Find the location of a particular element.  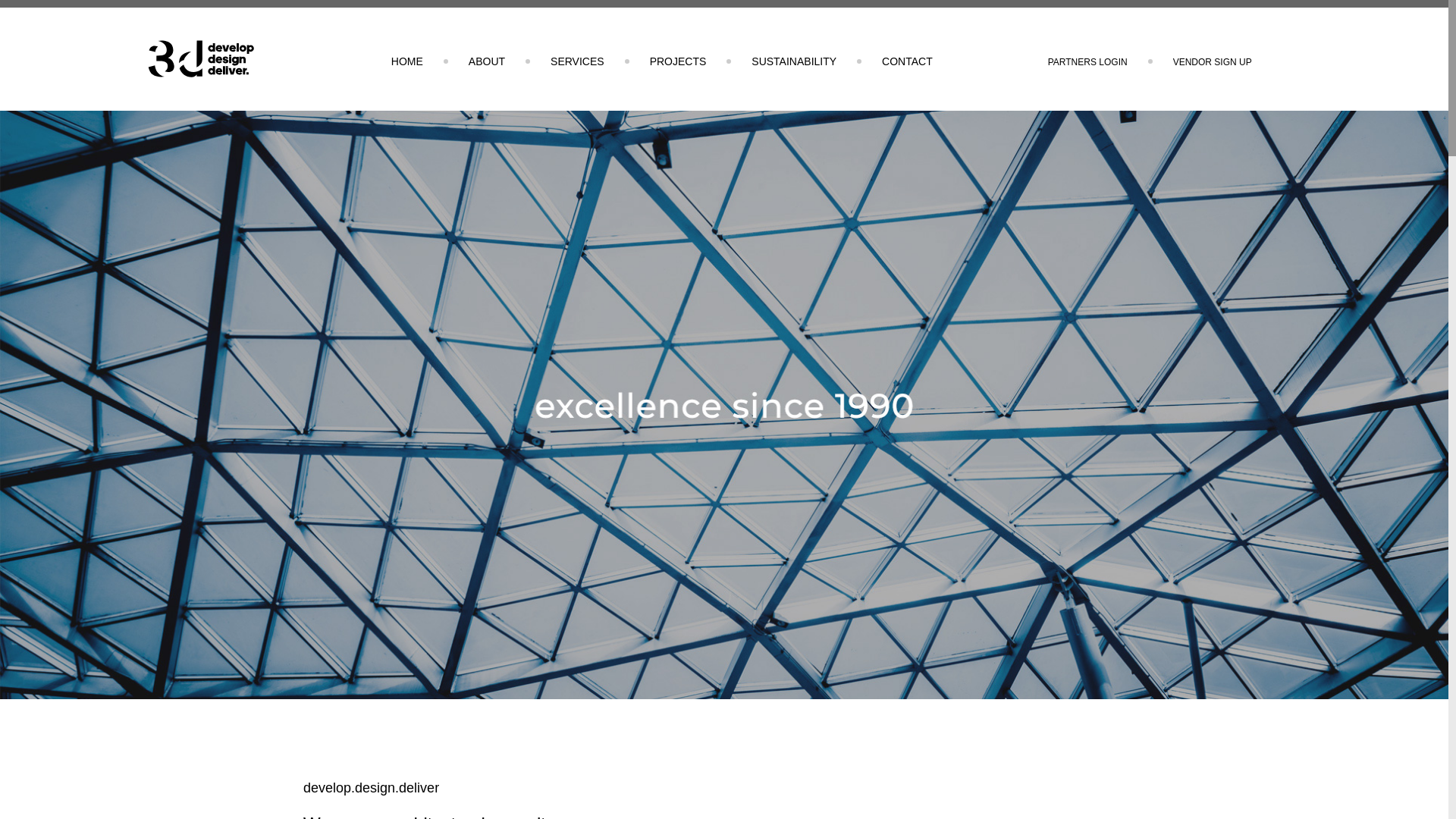

'PROJECTS' is located at coordinates (677, 61).